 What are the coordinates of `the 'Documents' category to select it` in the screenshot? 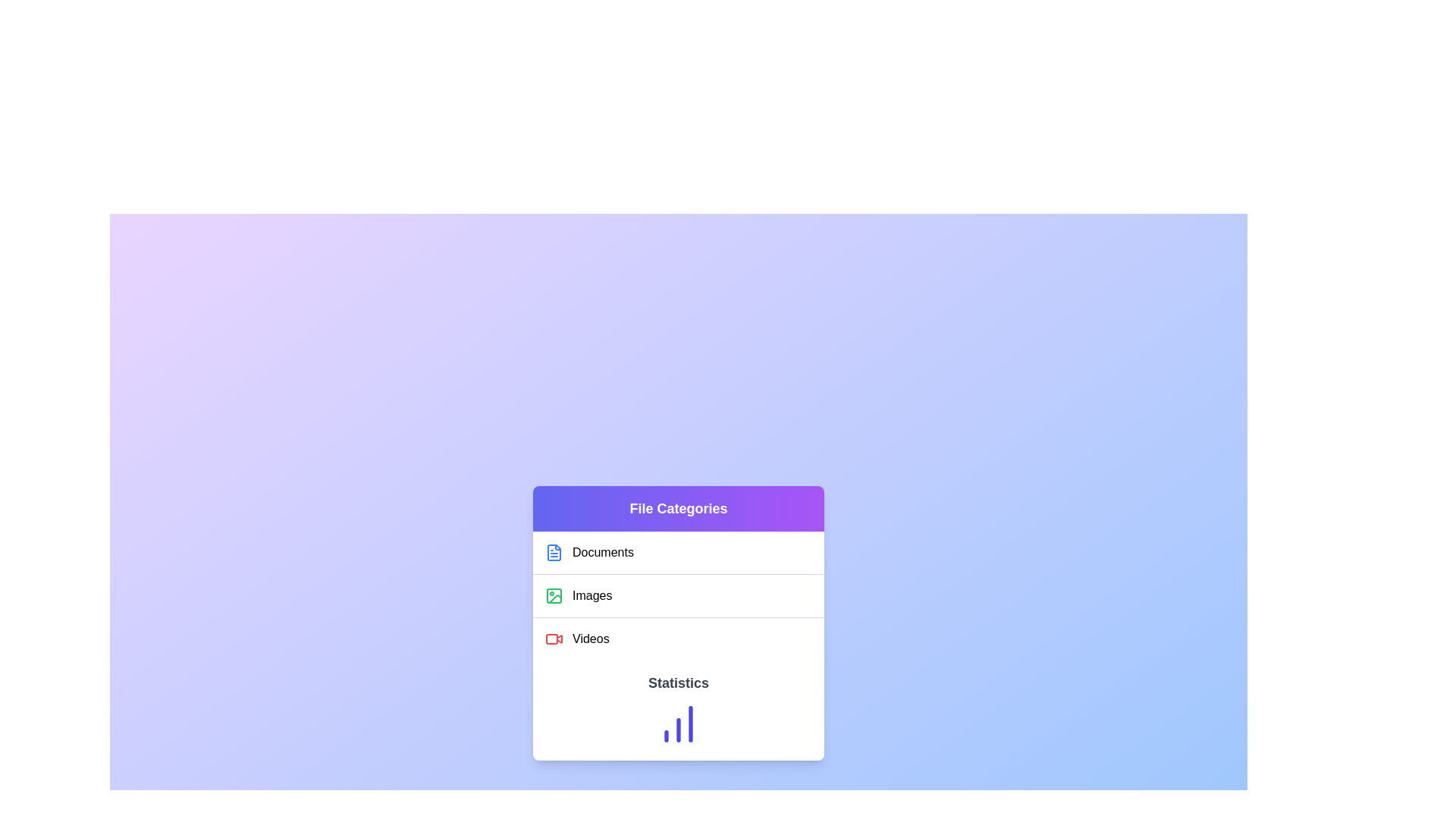 It's located at (677, 553).